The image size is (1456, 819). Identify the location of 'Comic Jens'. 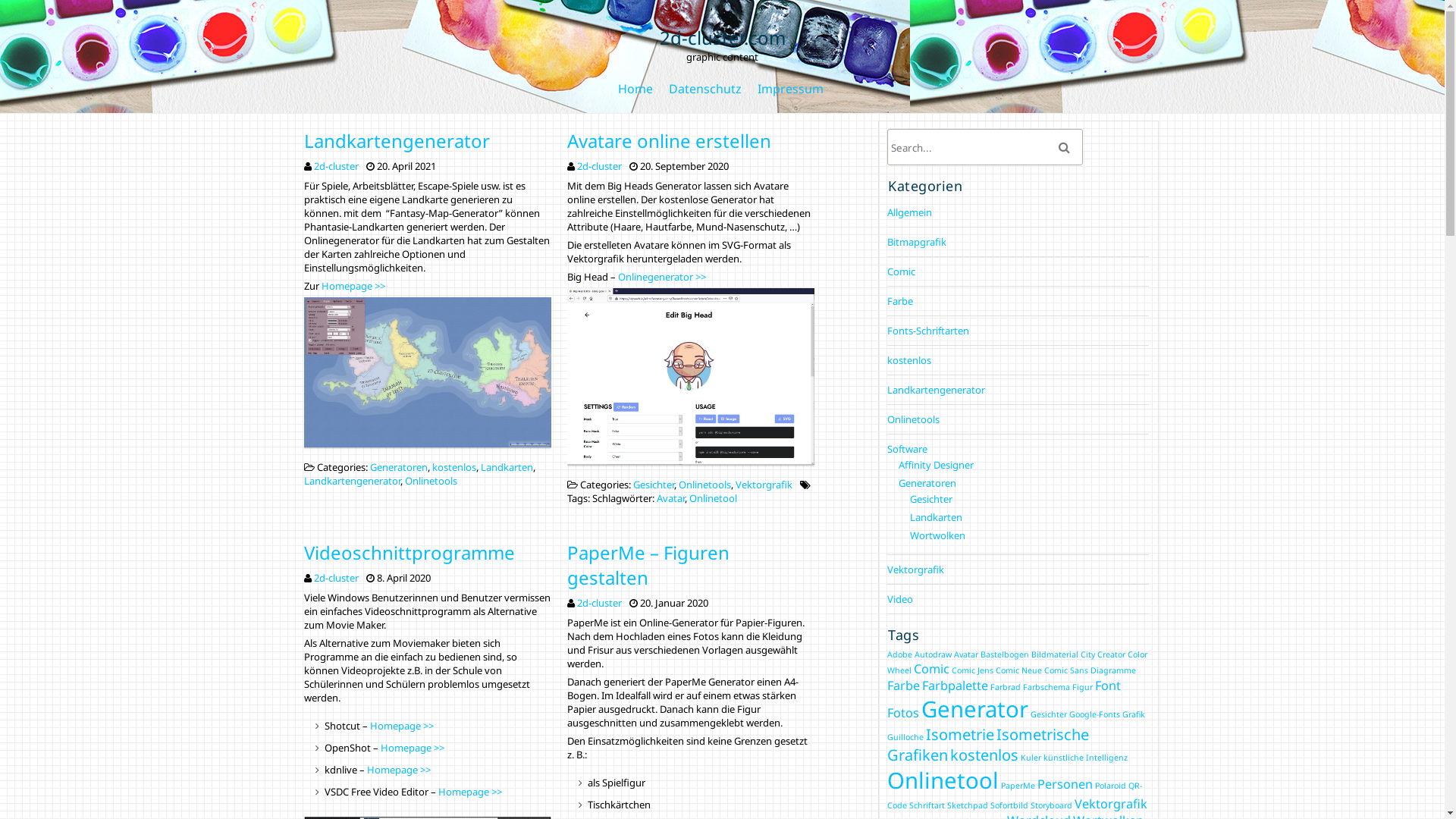
(972, 669).